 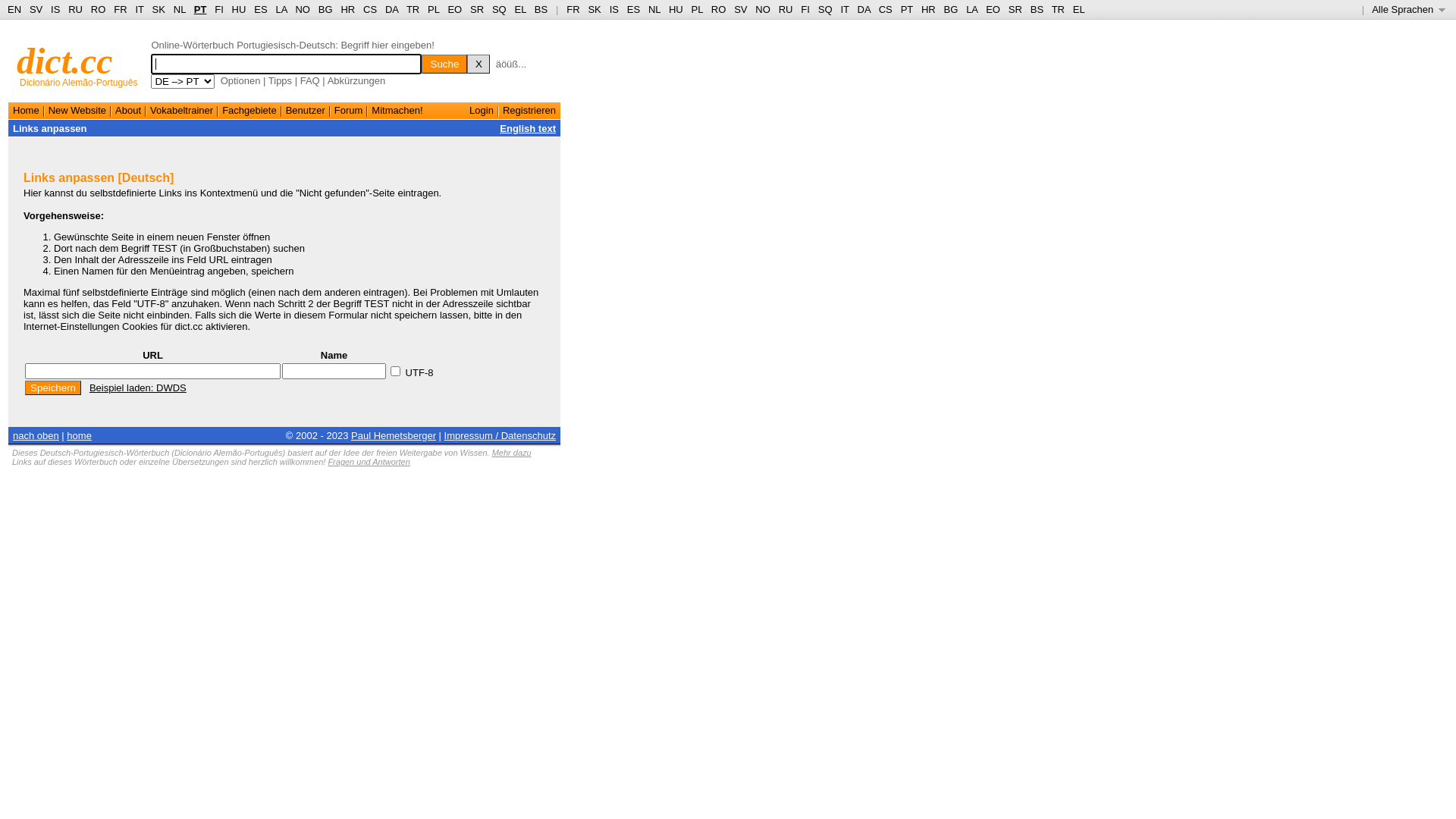 I want to click on 'SV', so click(x=36, y=9).